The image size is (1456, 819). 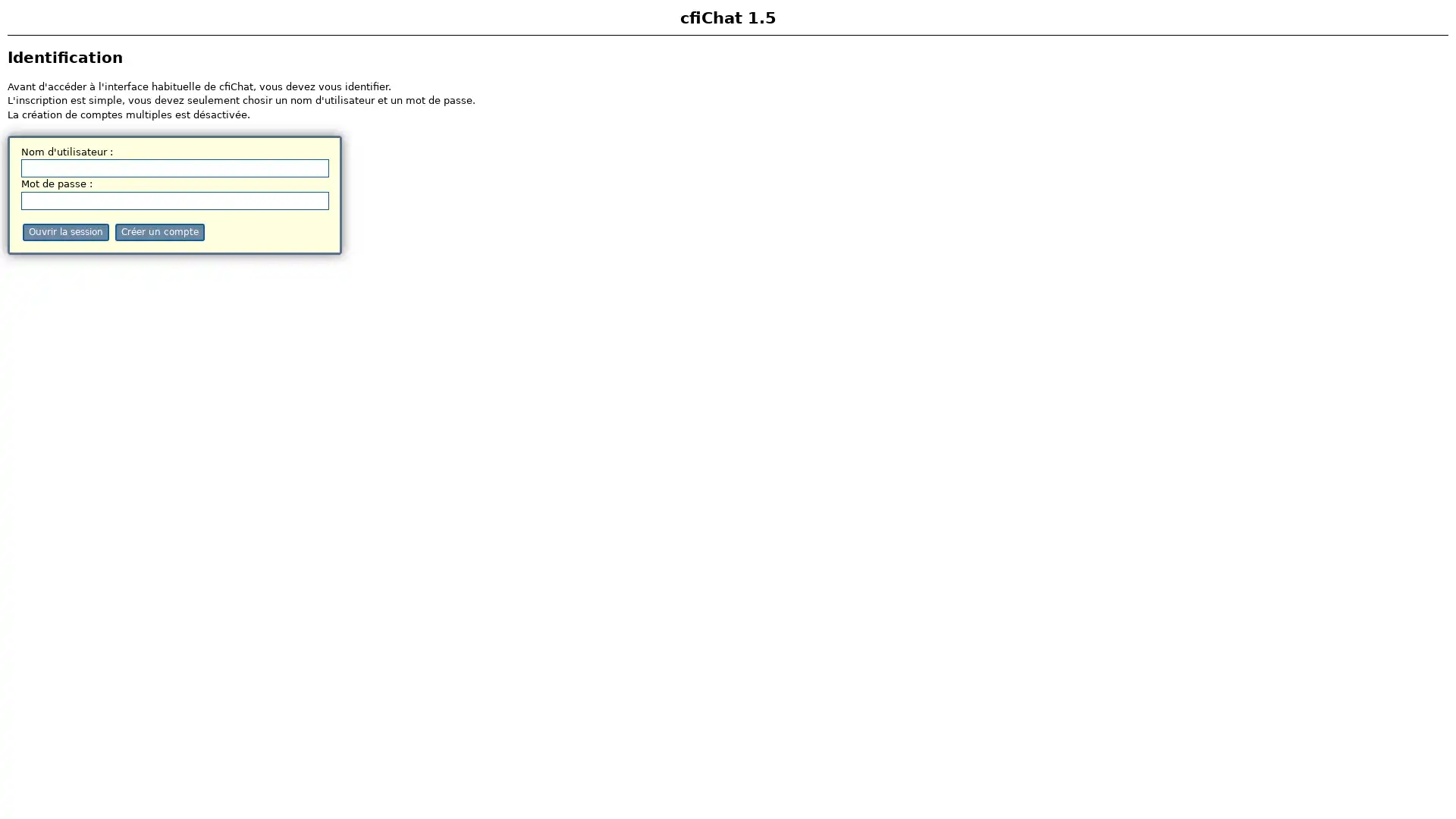 What do you see at coordinates (64, 231) in the screenshot?
I see `Ouvrir la session` at bounding box center [64, 231].